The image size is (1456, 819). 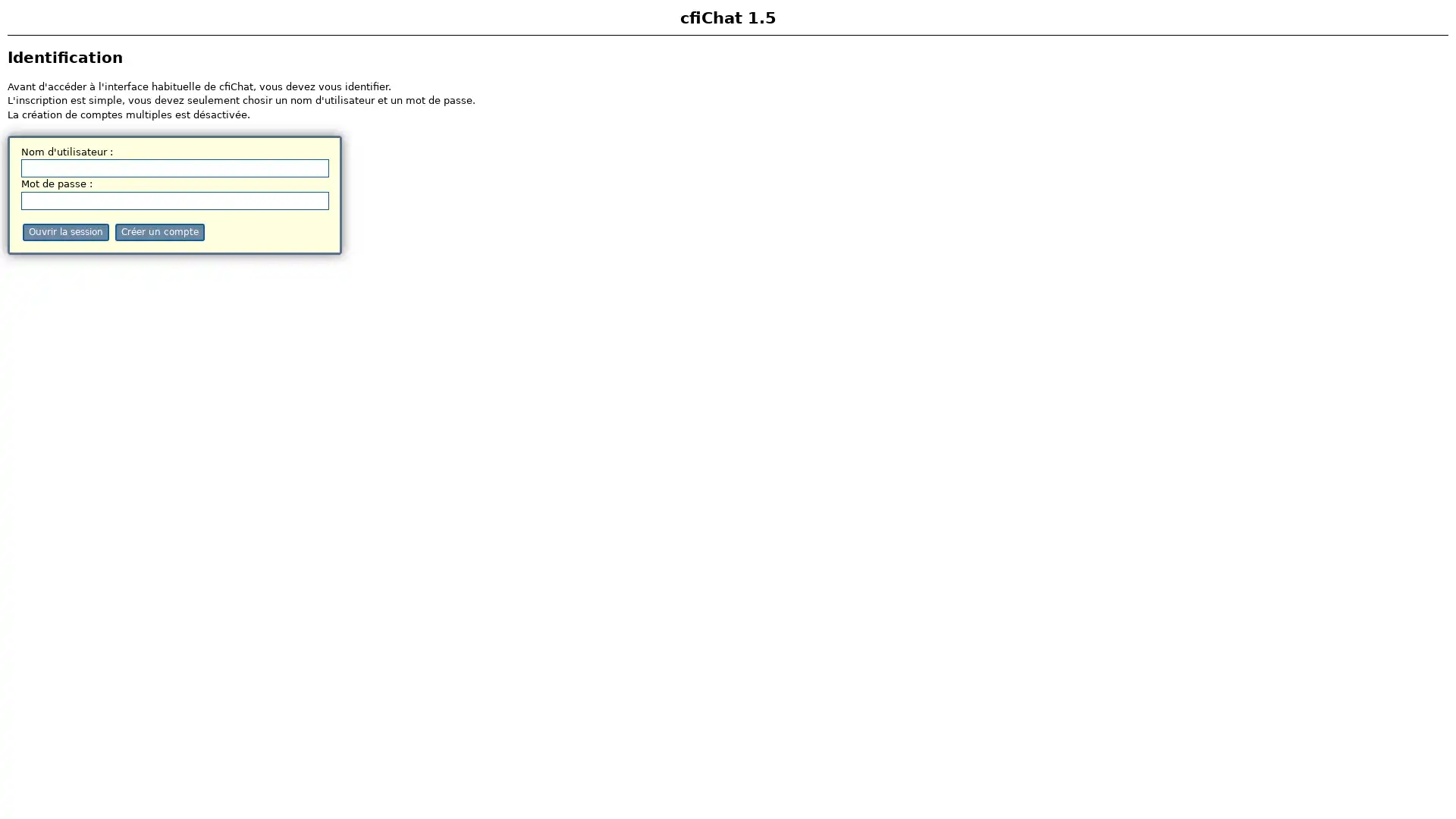 What do you see at coordinates (64, 231) in the screenshot?
I see `Ouvrir la session` at bounding box center [64, 231].